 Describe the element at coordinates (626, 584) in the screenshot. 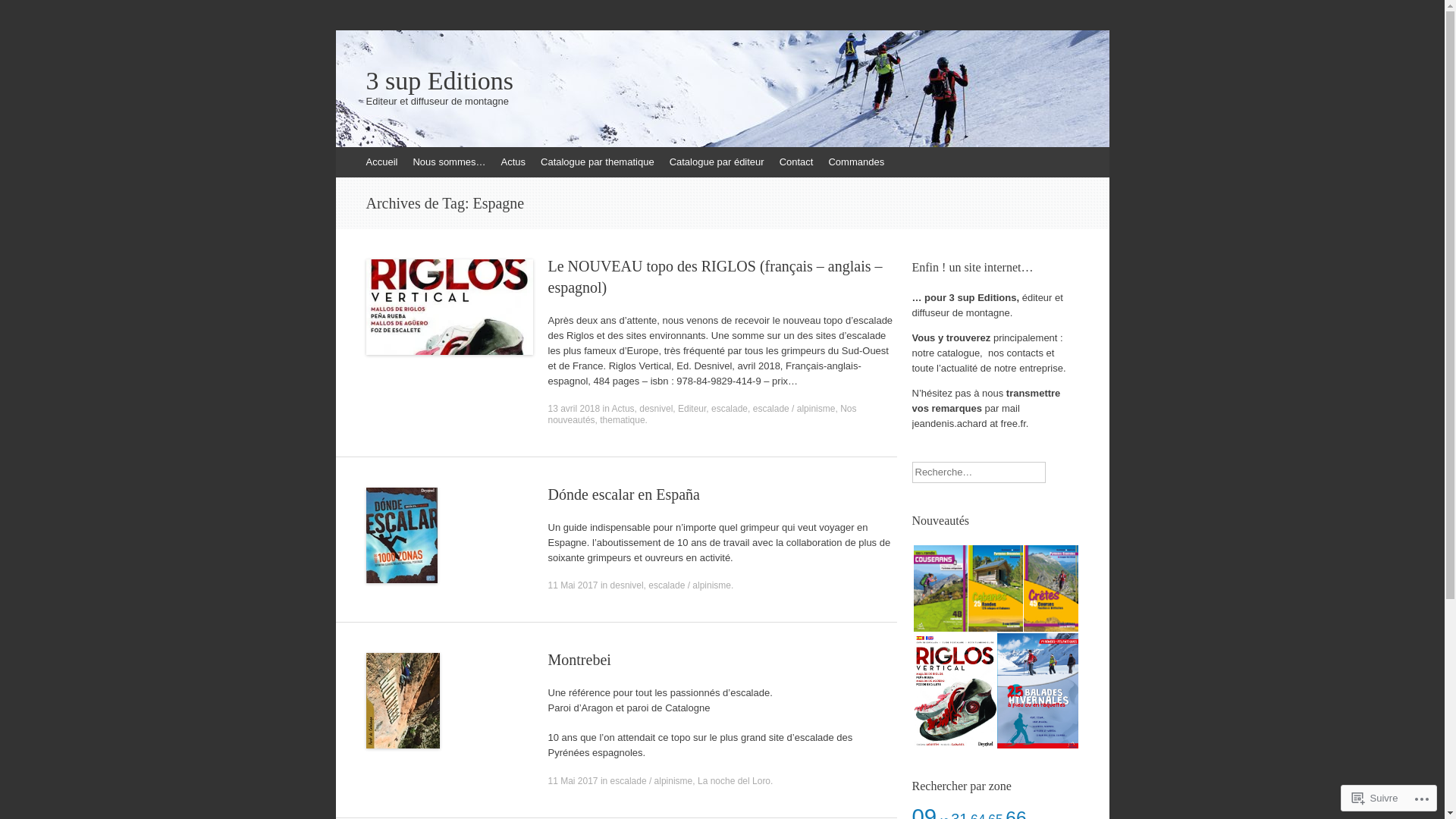

I see `'desnivel'` at that location.